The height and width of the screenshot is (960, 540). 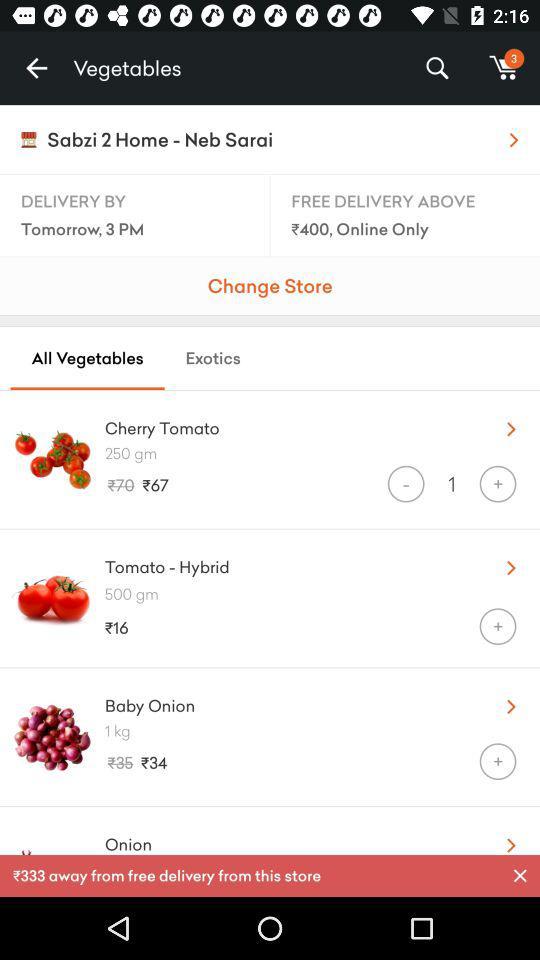 I want to click on the close icon, so click(x=520, y=875).